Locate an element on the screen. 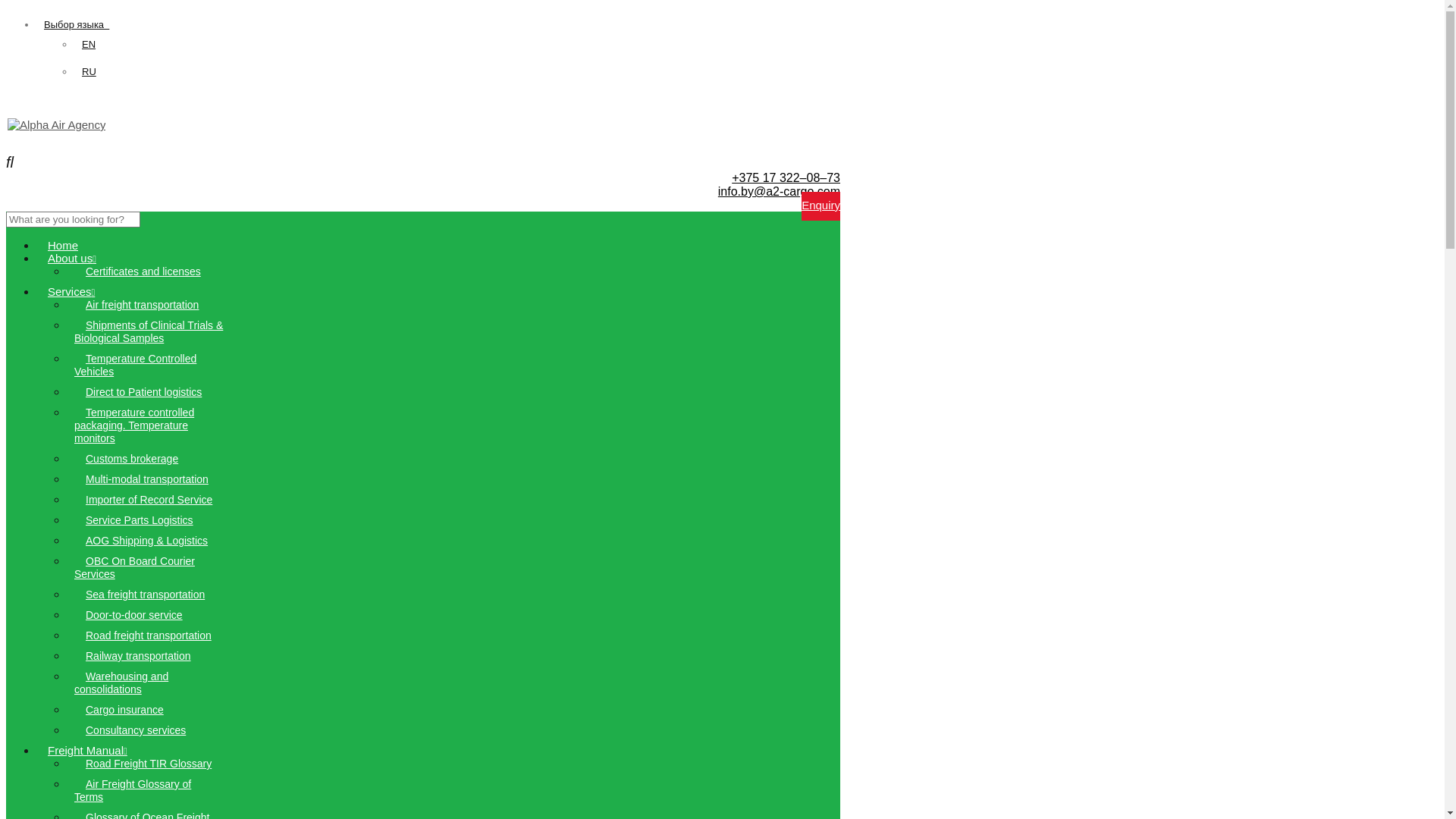 This screenshot has width=1456, height=819. 'RU' is located at coordinates (81, 71).